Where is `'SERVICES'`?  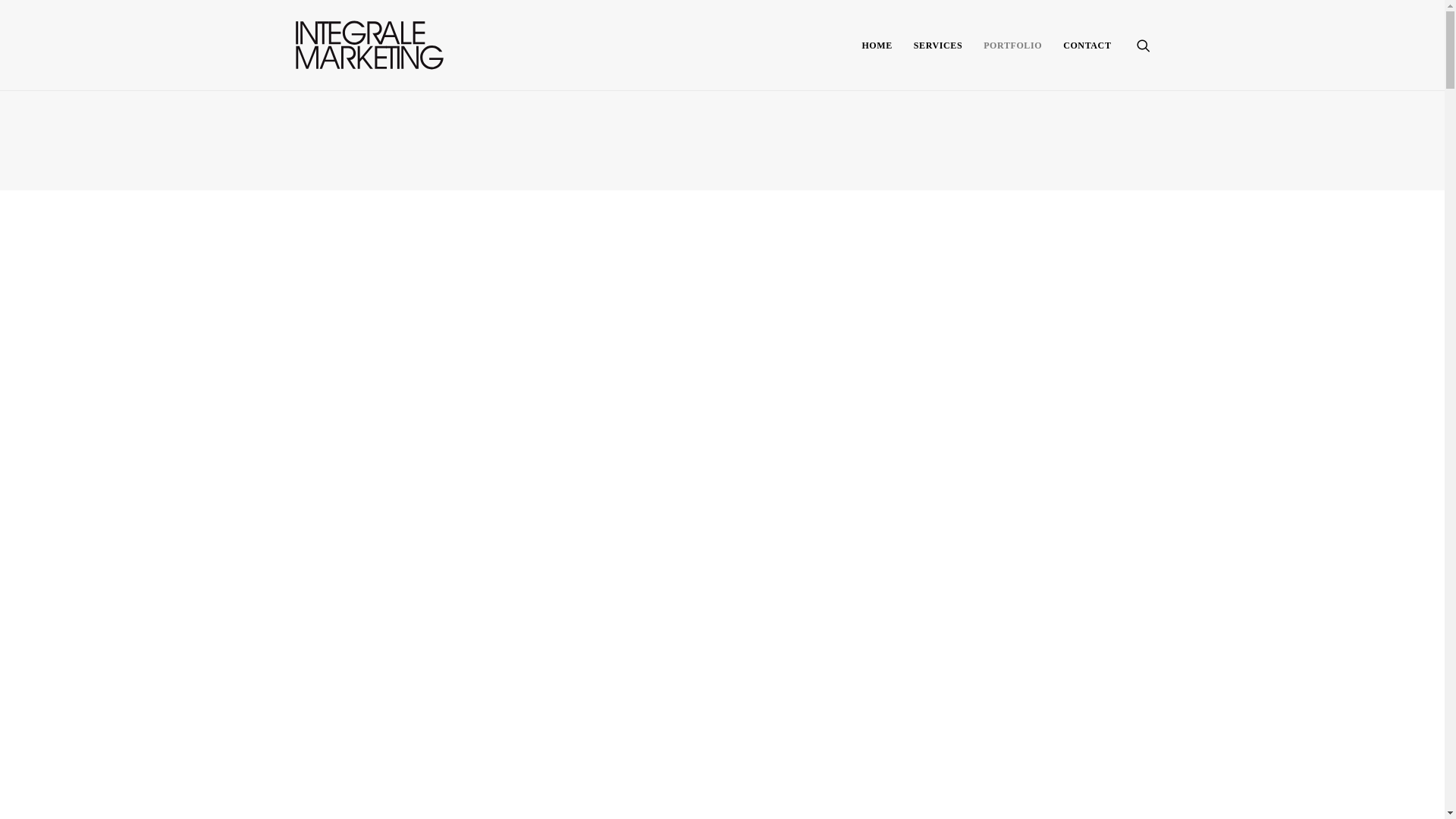
'SERVICES' is located at coordinates (902, 44).